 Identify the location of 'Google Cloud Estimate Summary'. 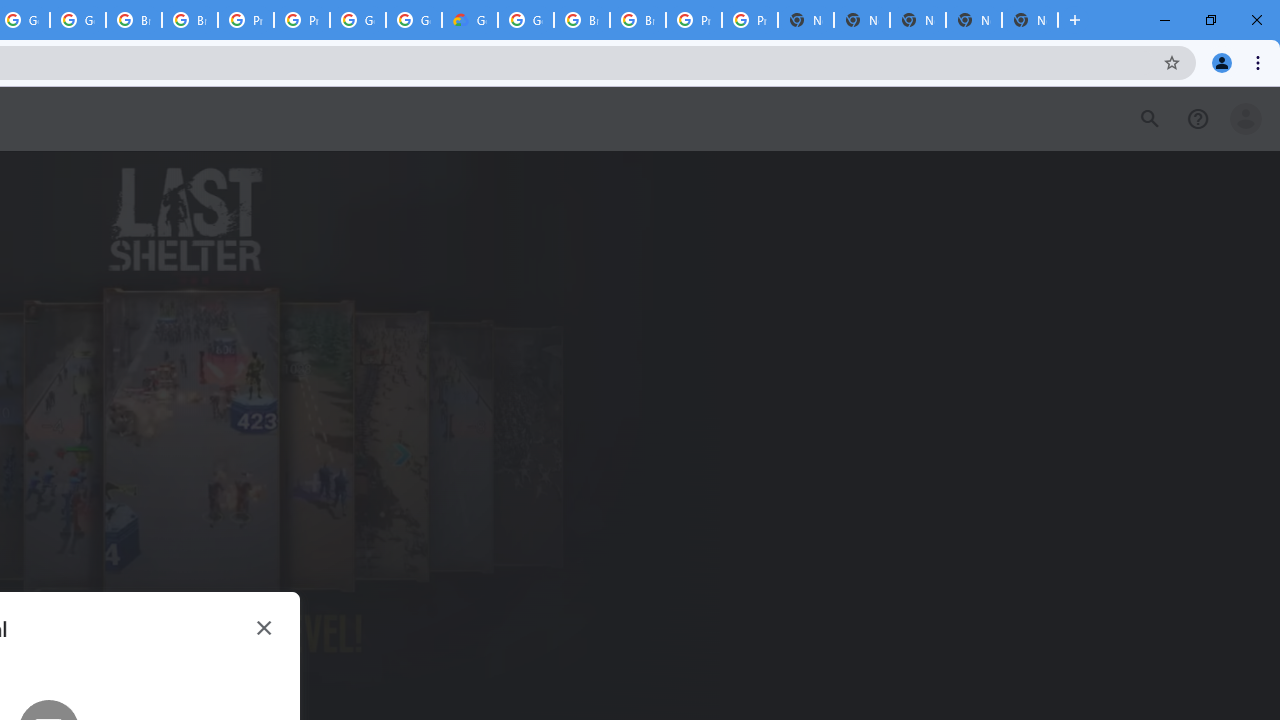
(468, 20).